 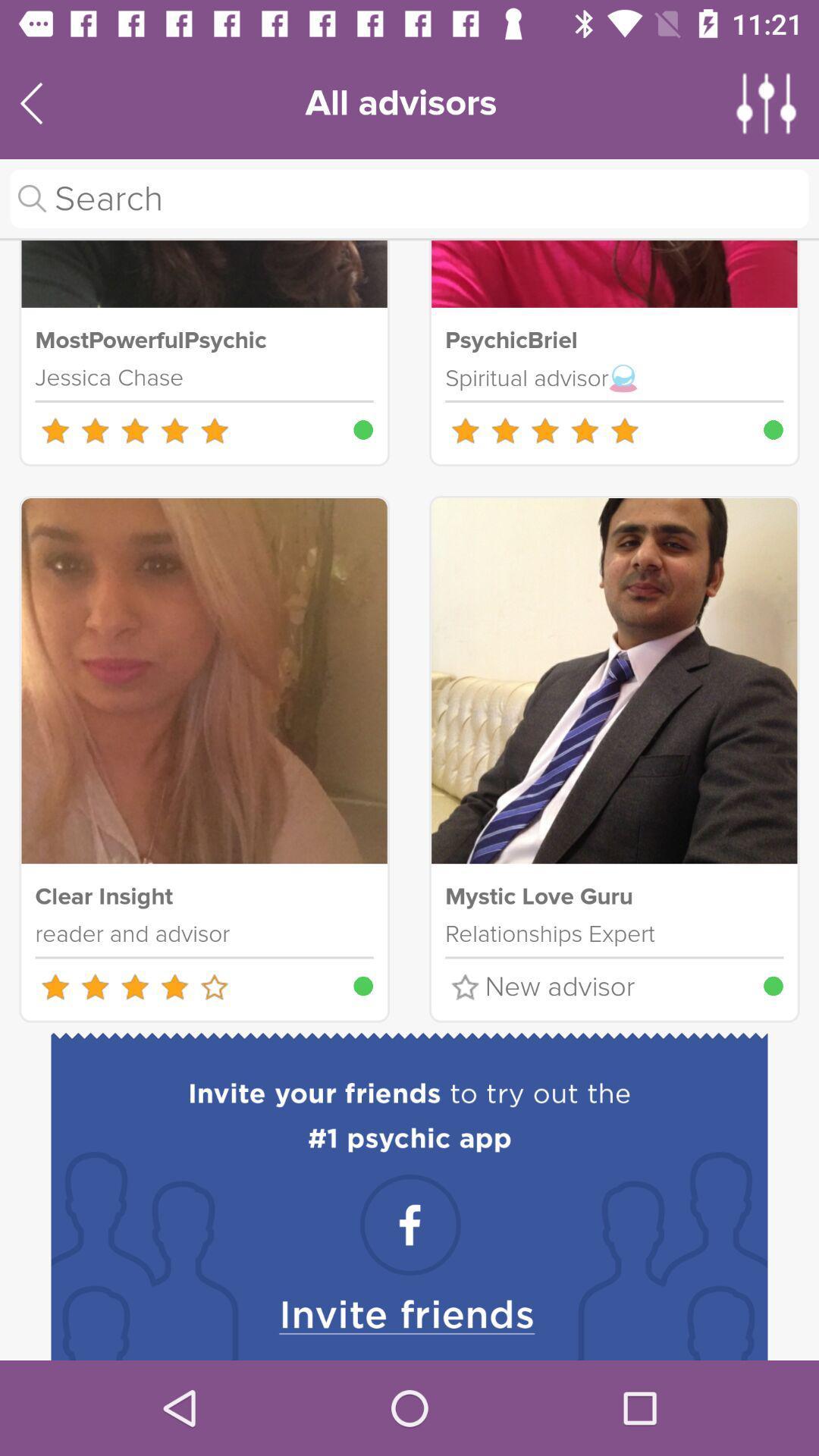 What do you see at coordinates (767, 102) in the screenshot?
I see `media play options` at bounding box center [767, 102].